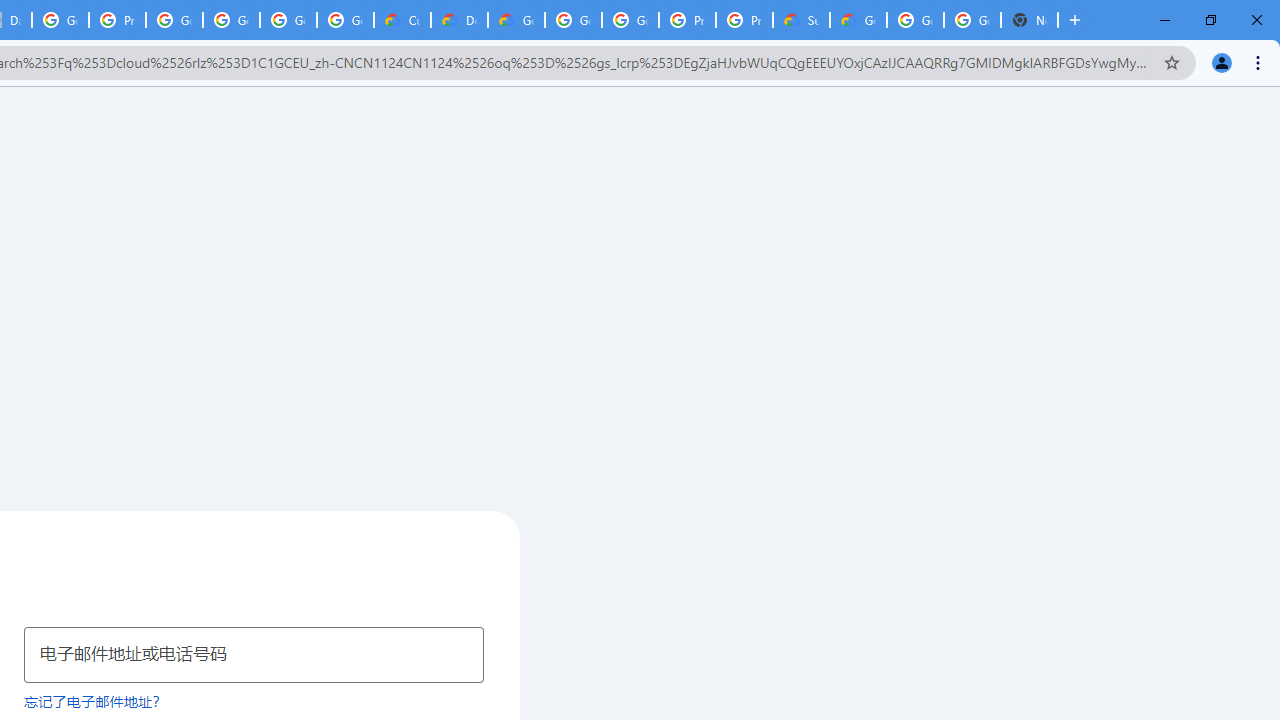  Describe the element at coordinates (858, 20) in the screenshot. I see `'Google Cloud Service Health'` at that location.